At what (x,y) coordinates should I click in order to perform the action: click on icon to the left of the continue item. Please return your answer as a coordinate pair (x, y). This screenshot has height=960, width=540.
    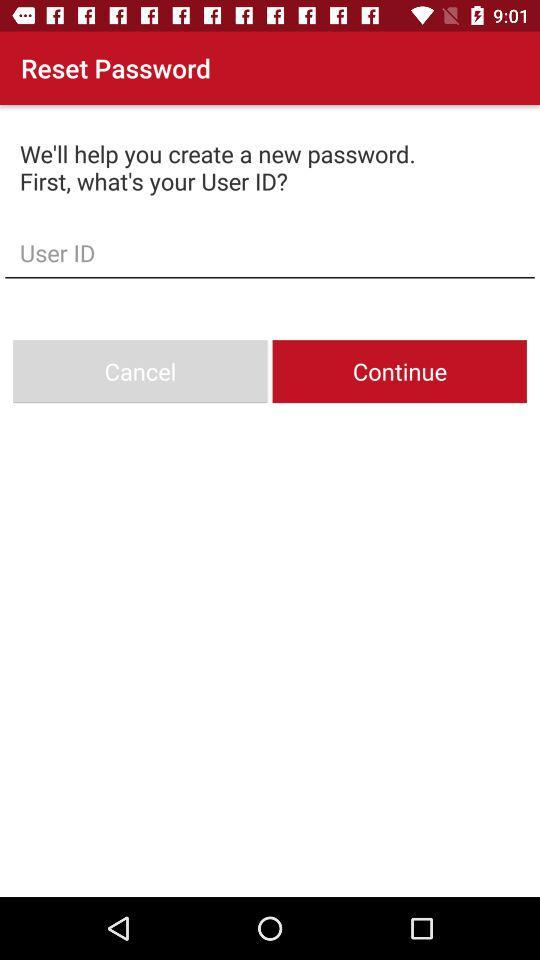
    Looking at the image, I should click on (139, 370).